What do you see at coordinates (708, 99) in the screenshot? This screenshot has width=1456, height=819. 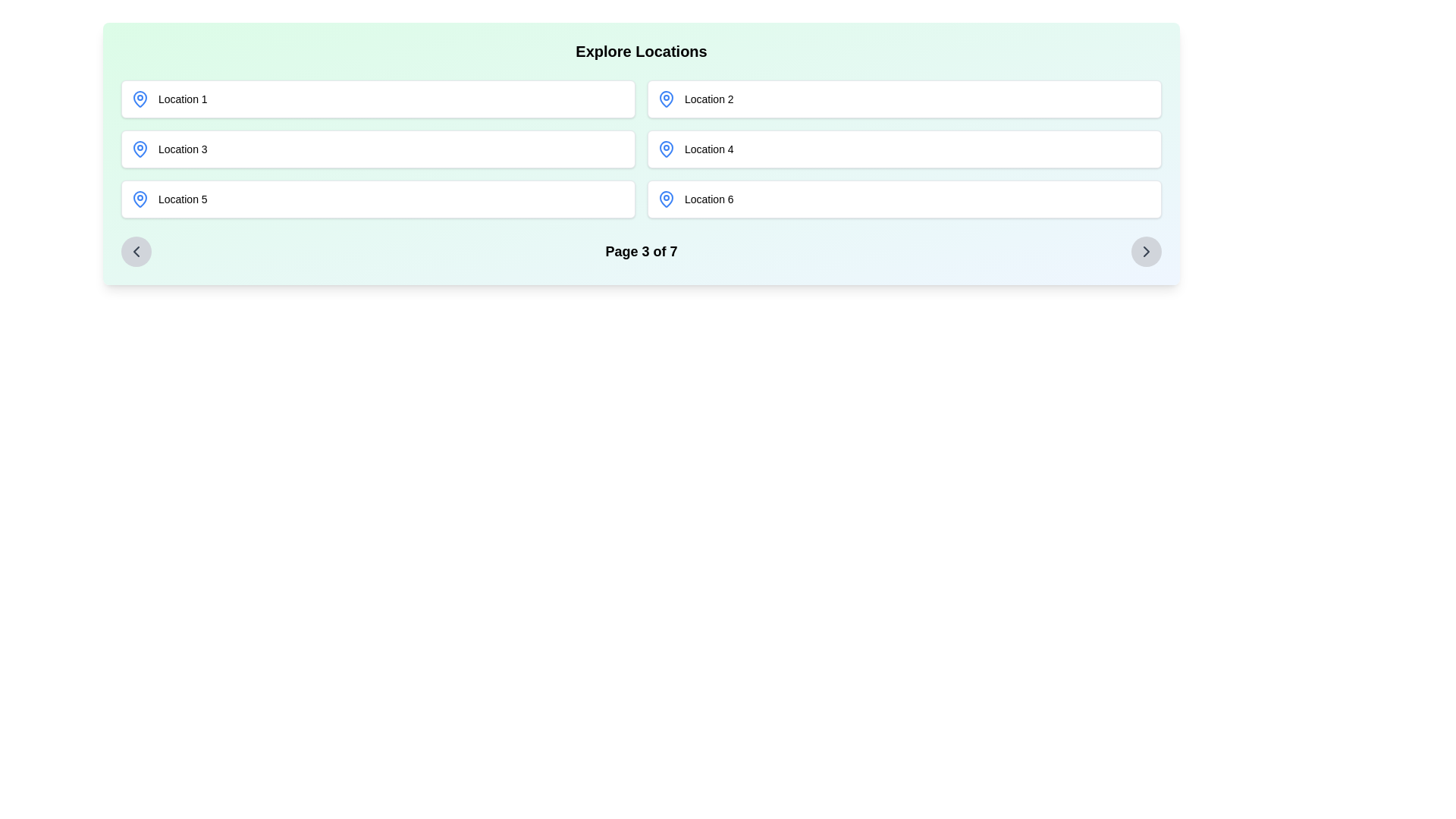 I see `text content of the 'Location 2' label, which is positioned in the top-right section of its associated interactive card in the grid list` at bounding box center [708, 99].